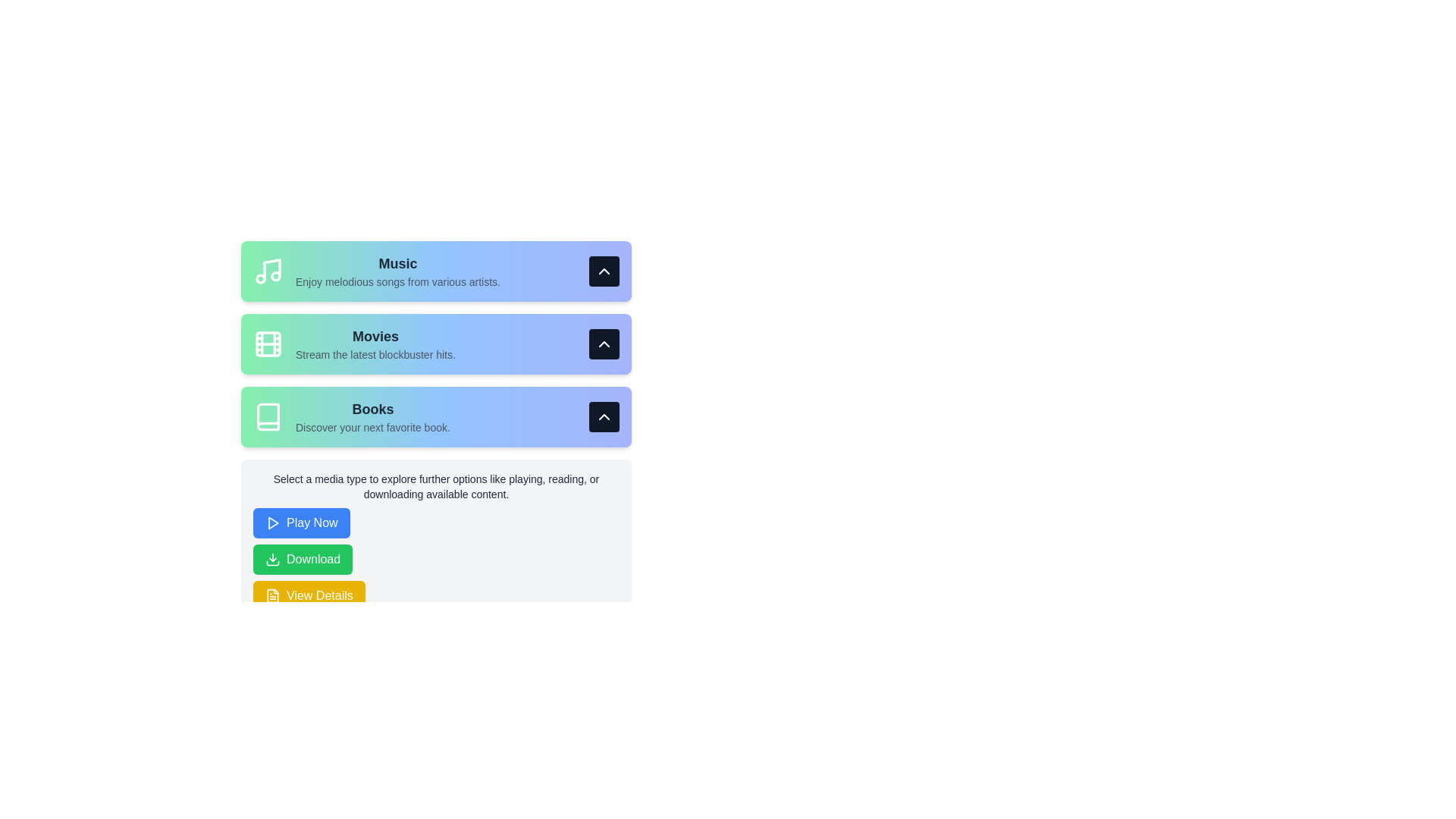  Describe the element at coordinates (603, 417) in the screenshot. I see `the interactive toggle button located on the right side of the 'Books' section` at that location.